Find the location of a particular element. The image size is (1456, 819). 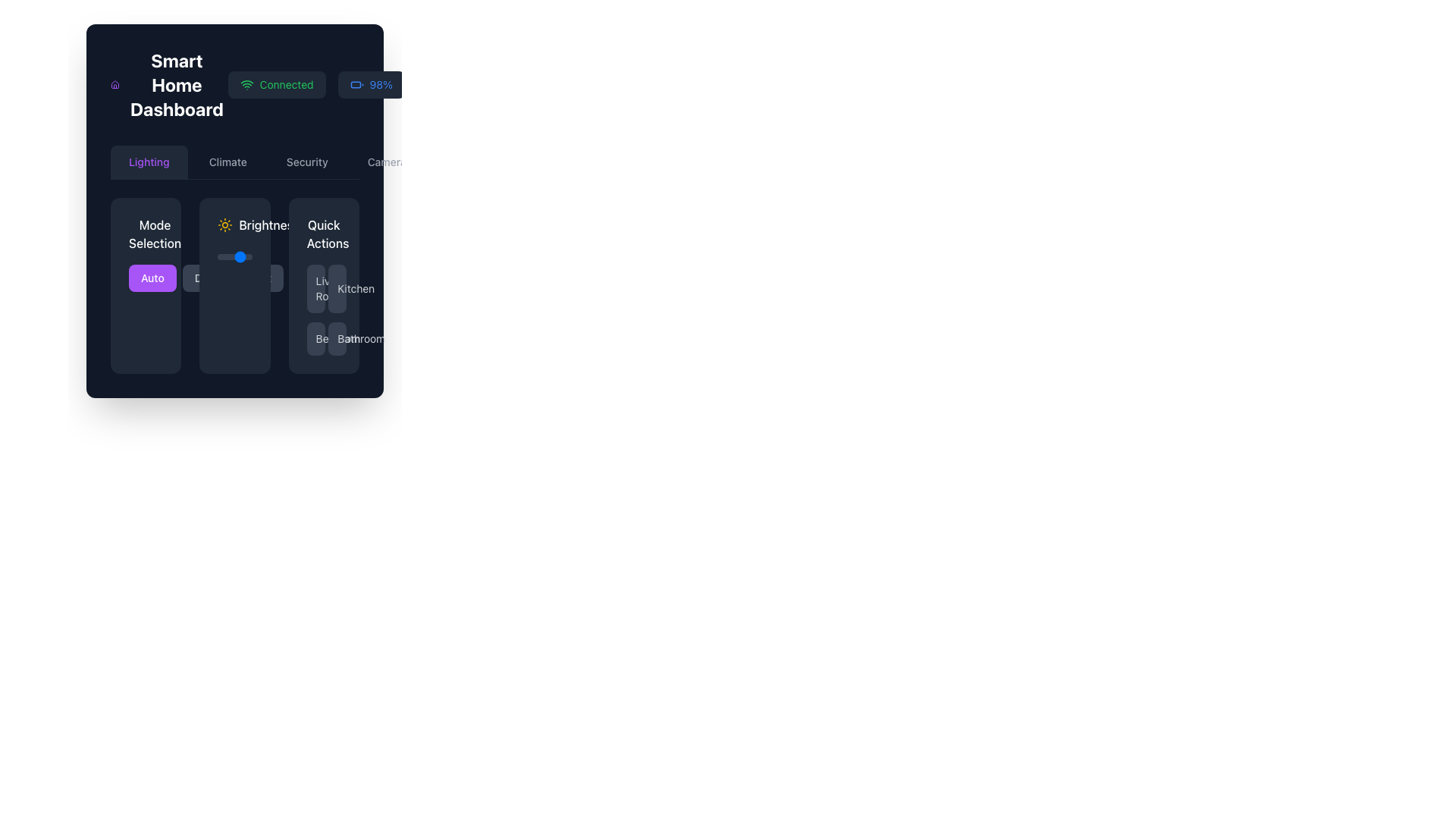

the status indicator Text label that displays 'Connected', located at the top-right section of the interface, to the right of the green Wi-Fi icon is located at coordinates (287, 84).